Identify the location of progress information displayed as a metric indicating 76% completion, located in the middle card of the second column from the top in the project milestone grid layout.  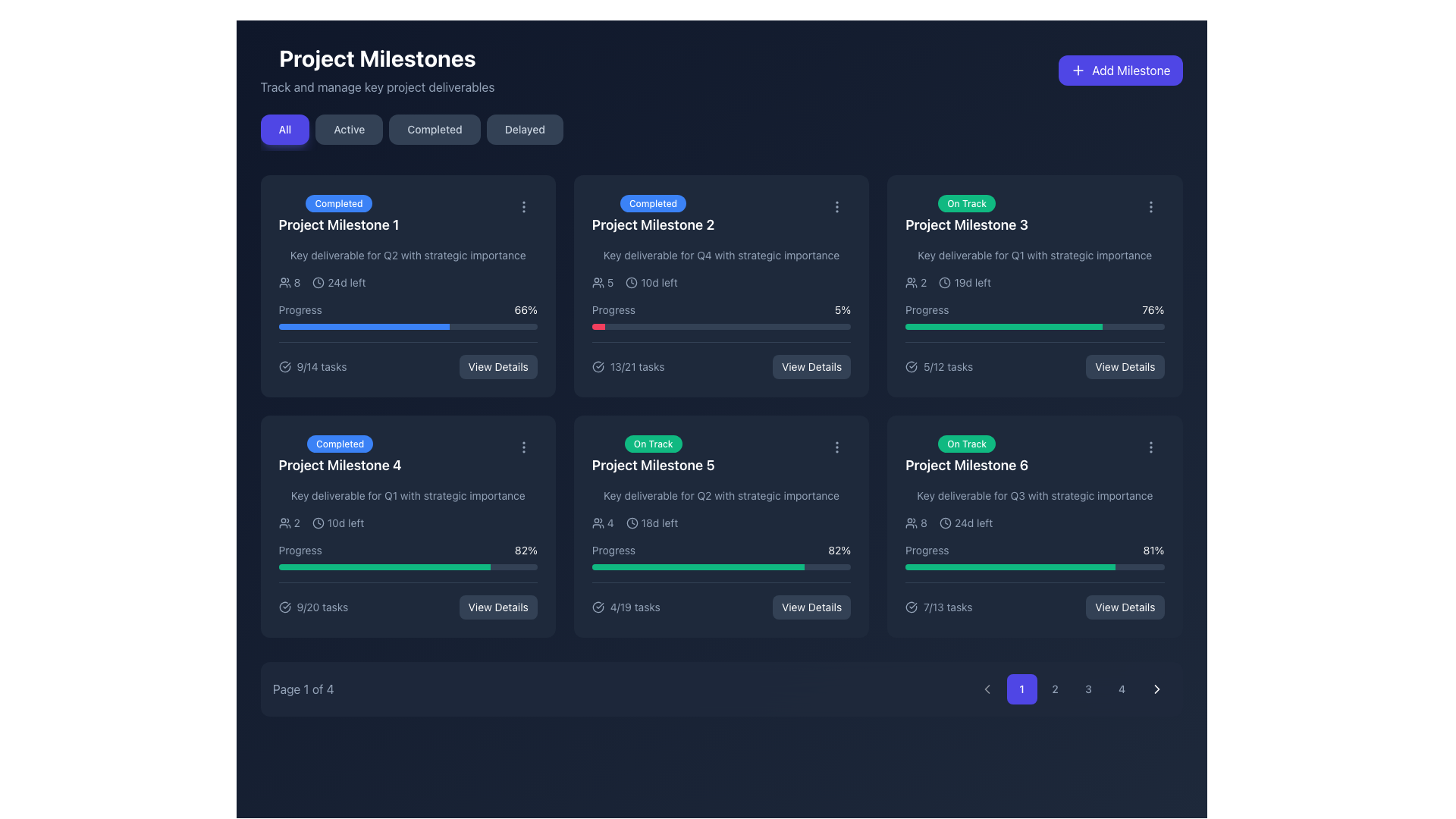
(1034, 309).